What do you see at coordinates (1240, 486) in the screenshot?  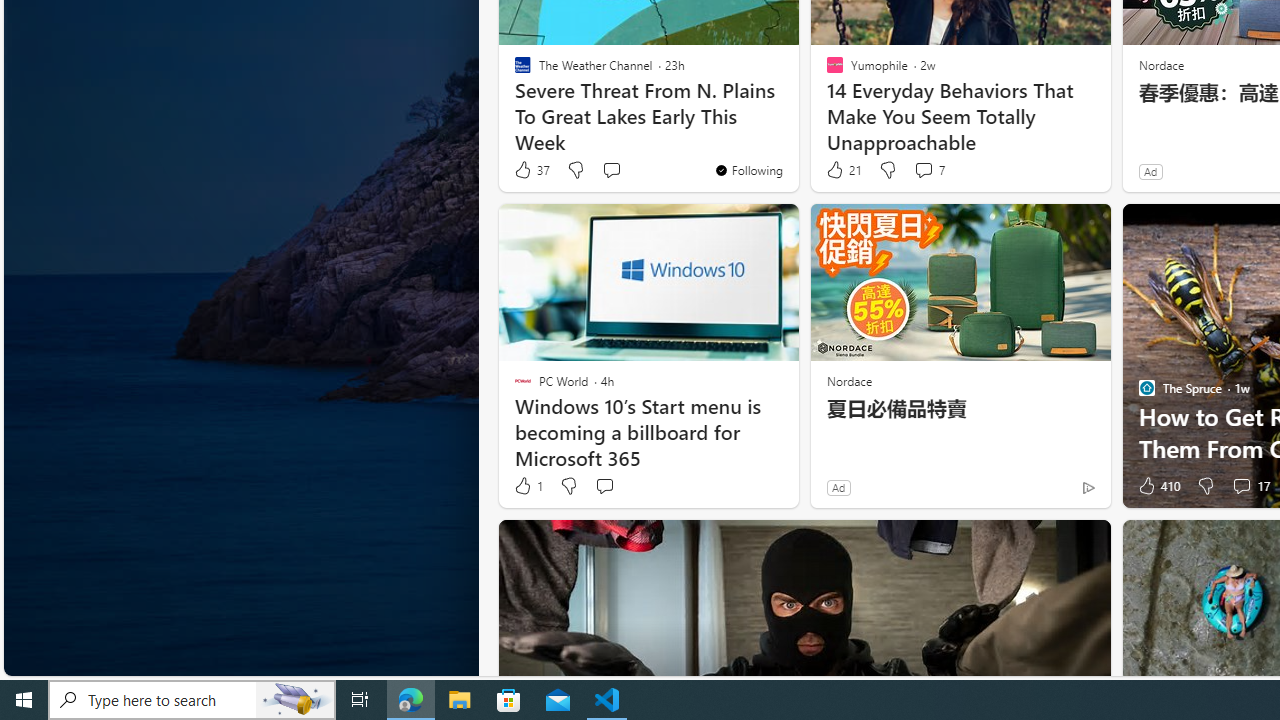 I see `'View comments 17 Comment'` at bounding box center [1240, 486].